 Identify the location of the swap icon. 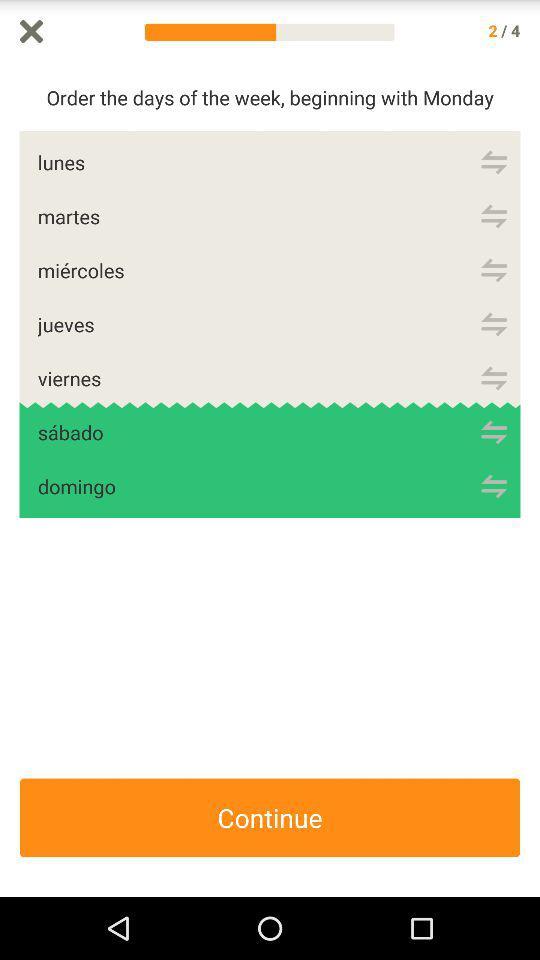
(493, 172).